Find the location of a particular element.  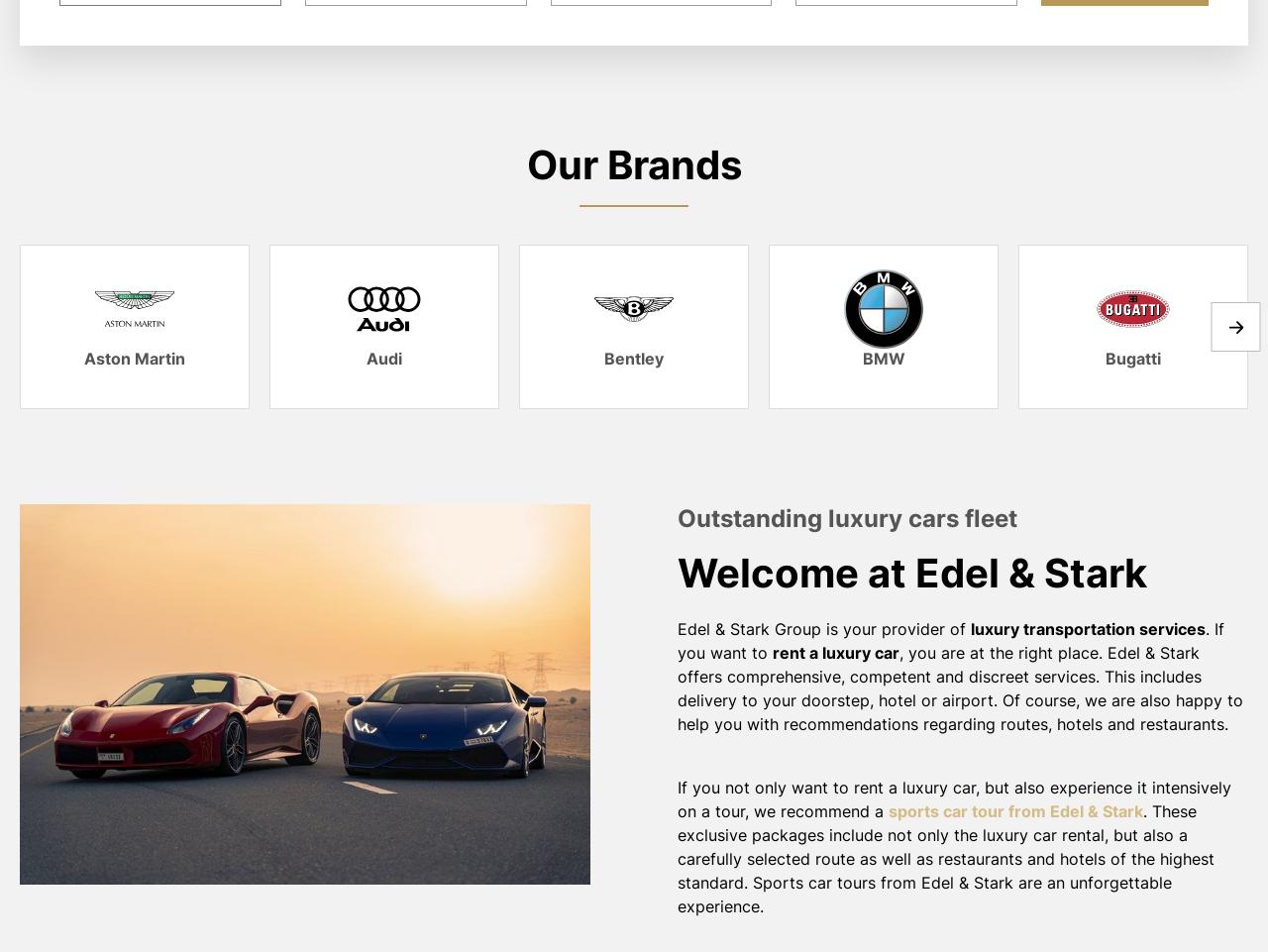

'Bentley' is located at coordinates (634, 358).